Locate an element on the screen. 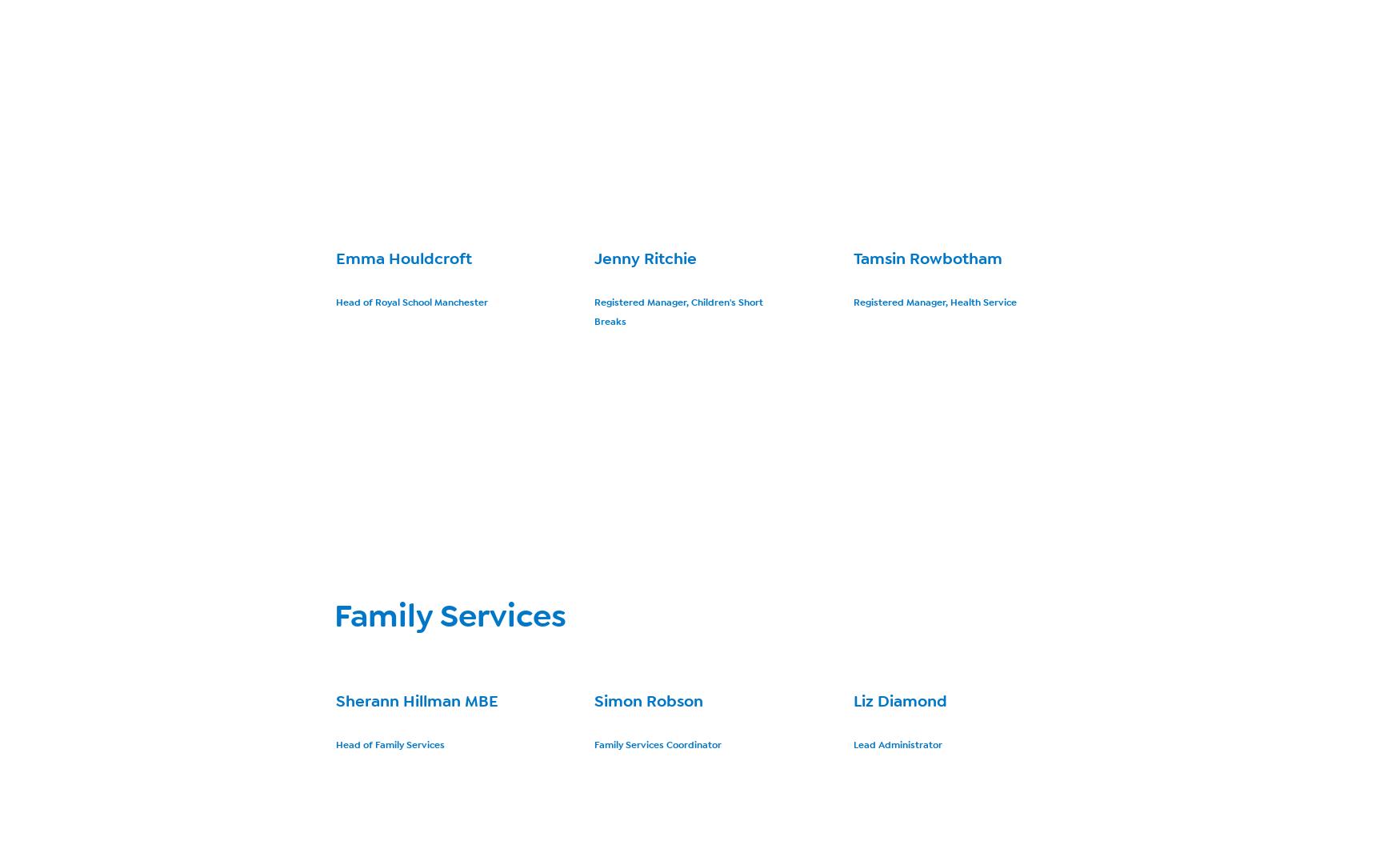 This screenshot has width=1400, height=861. 'Lead Administrator' is located at coordinates (852, 743).